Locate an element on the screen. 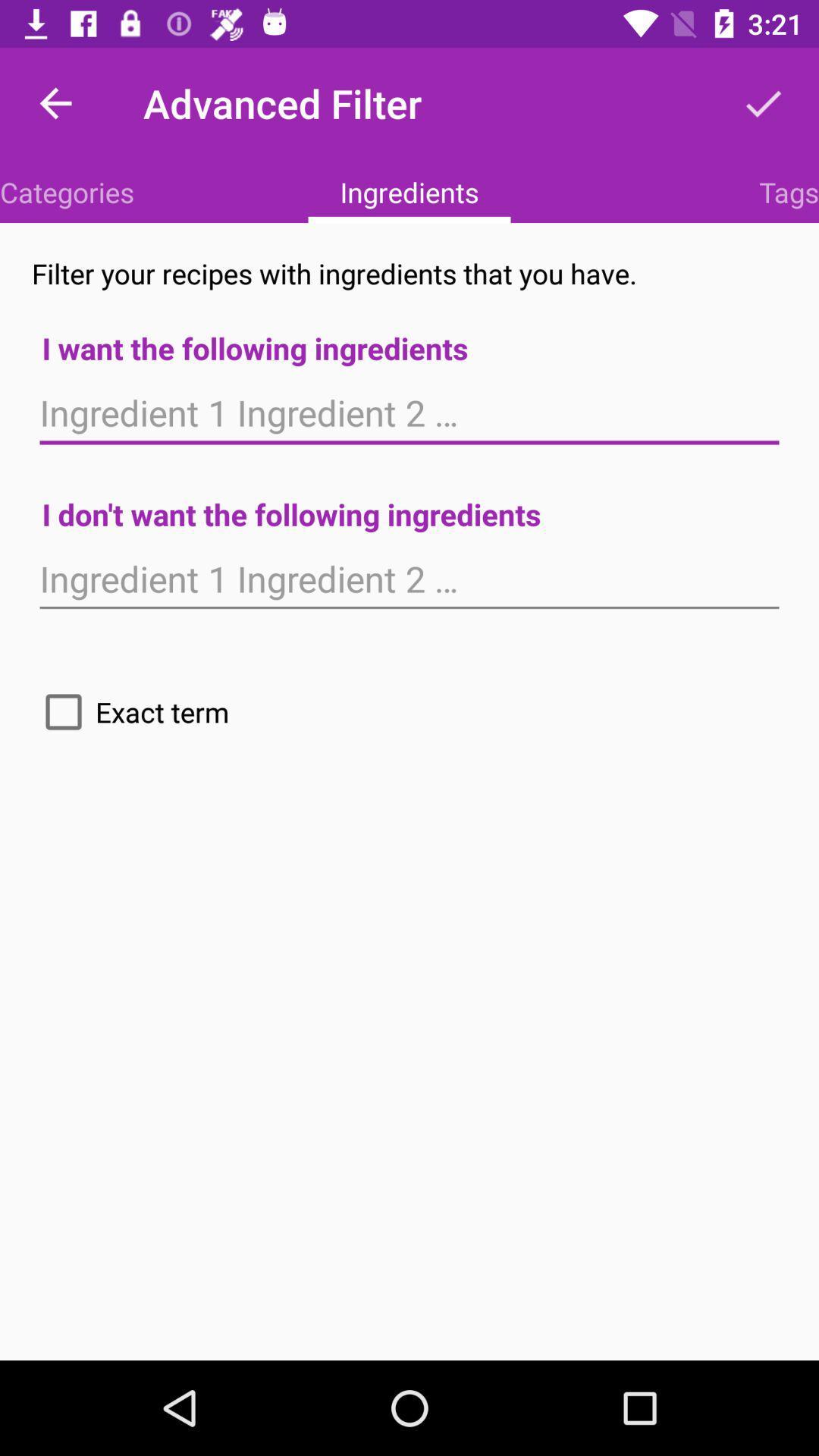 The height and width of the screenshot is (1456, 819). the categories icon is located at coordinates (66, 191).